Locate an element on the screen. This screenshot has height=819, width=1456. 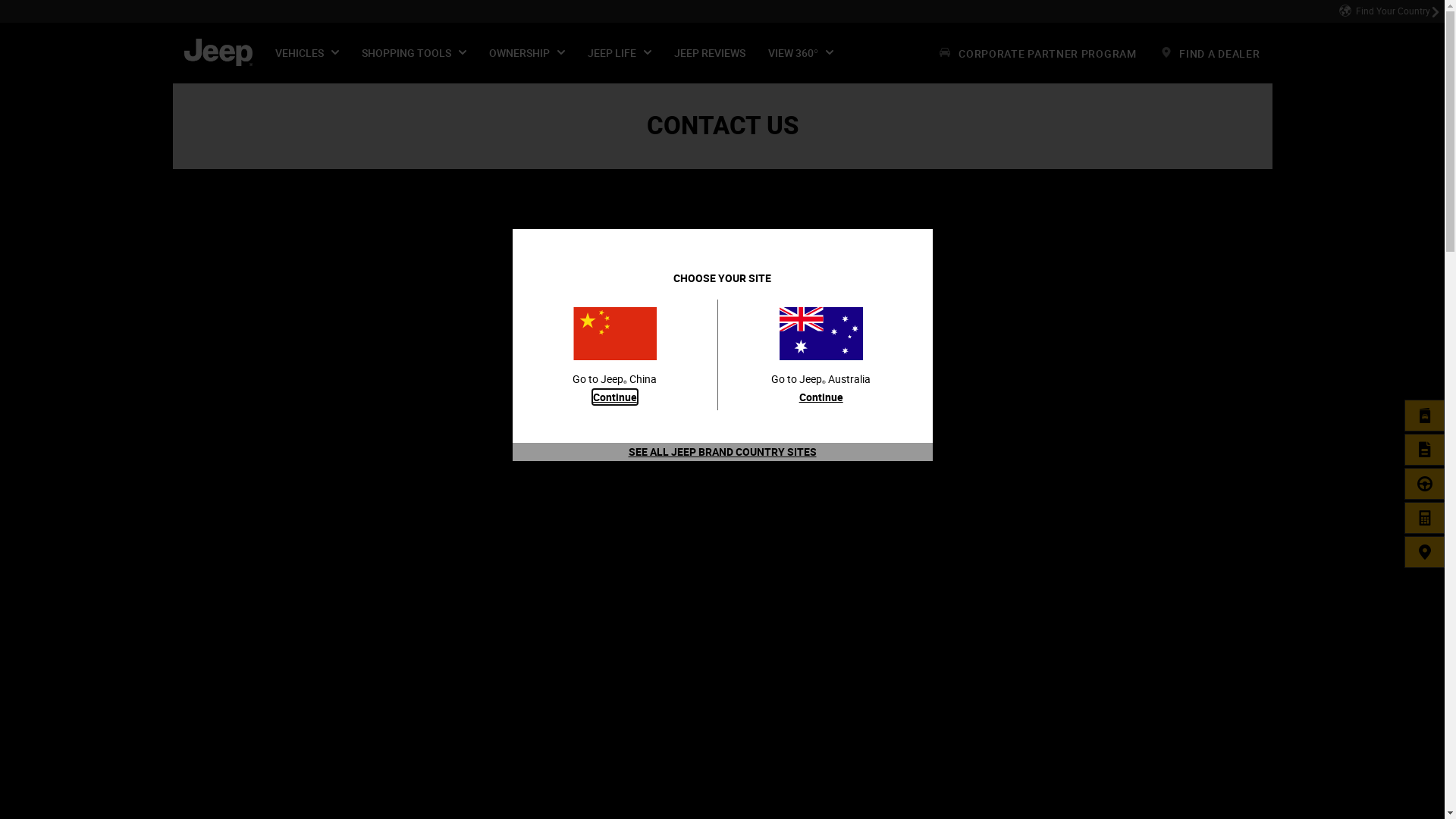
'Find Your Country is located at coordinates (1338, 11).